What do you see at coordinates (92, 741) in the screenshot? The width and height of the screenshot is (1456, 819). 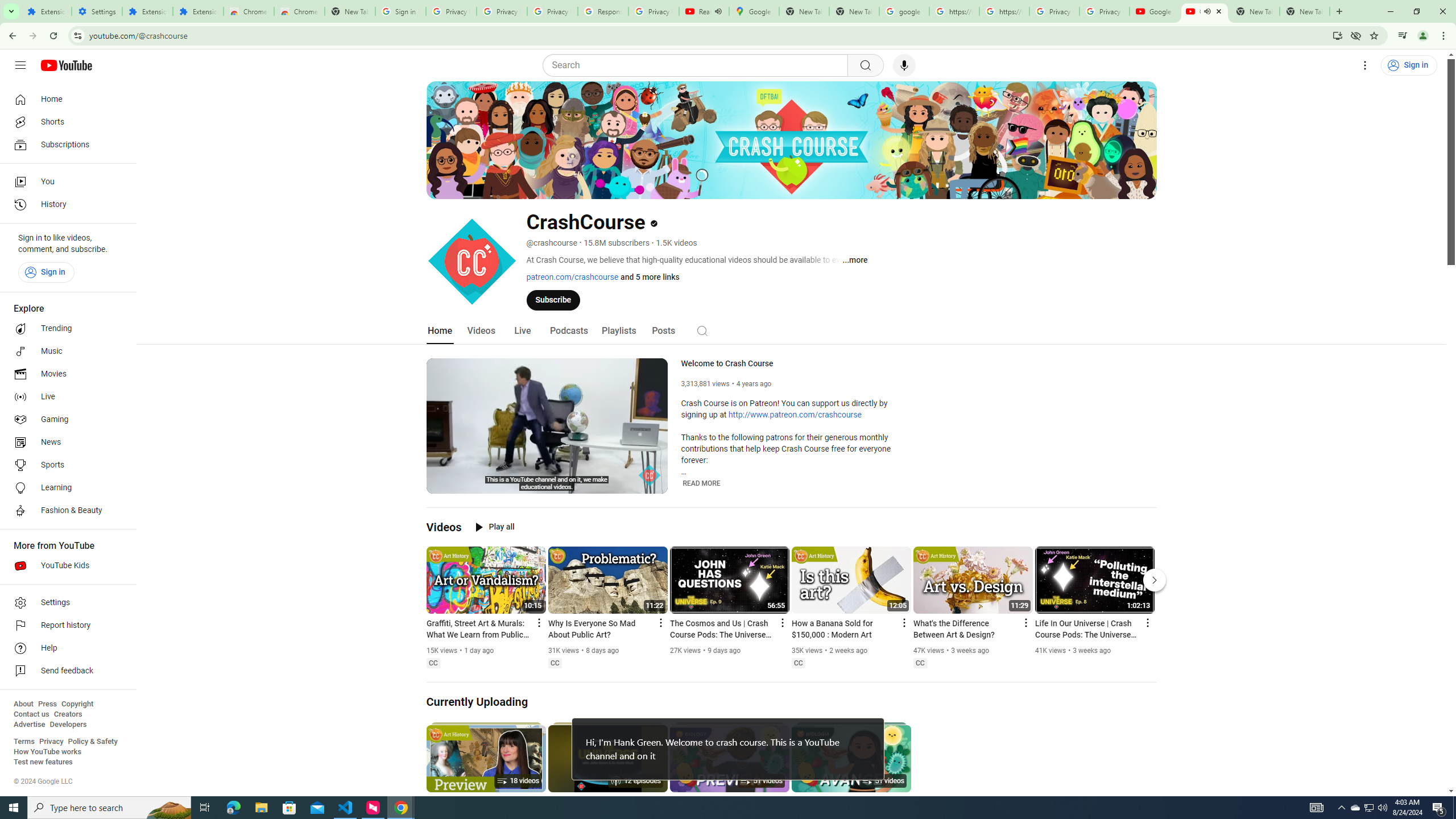 I see `'Policy & Safety'` at bounding box center [92, 741].